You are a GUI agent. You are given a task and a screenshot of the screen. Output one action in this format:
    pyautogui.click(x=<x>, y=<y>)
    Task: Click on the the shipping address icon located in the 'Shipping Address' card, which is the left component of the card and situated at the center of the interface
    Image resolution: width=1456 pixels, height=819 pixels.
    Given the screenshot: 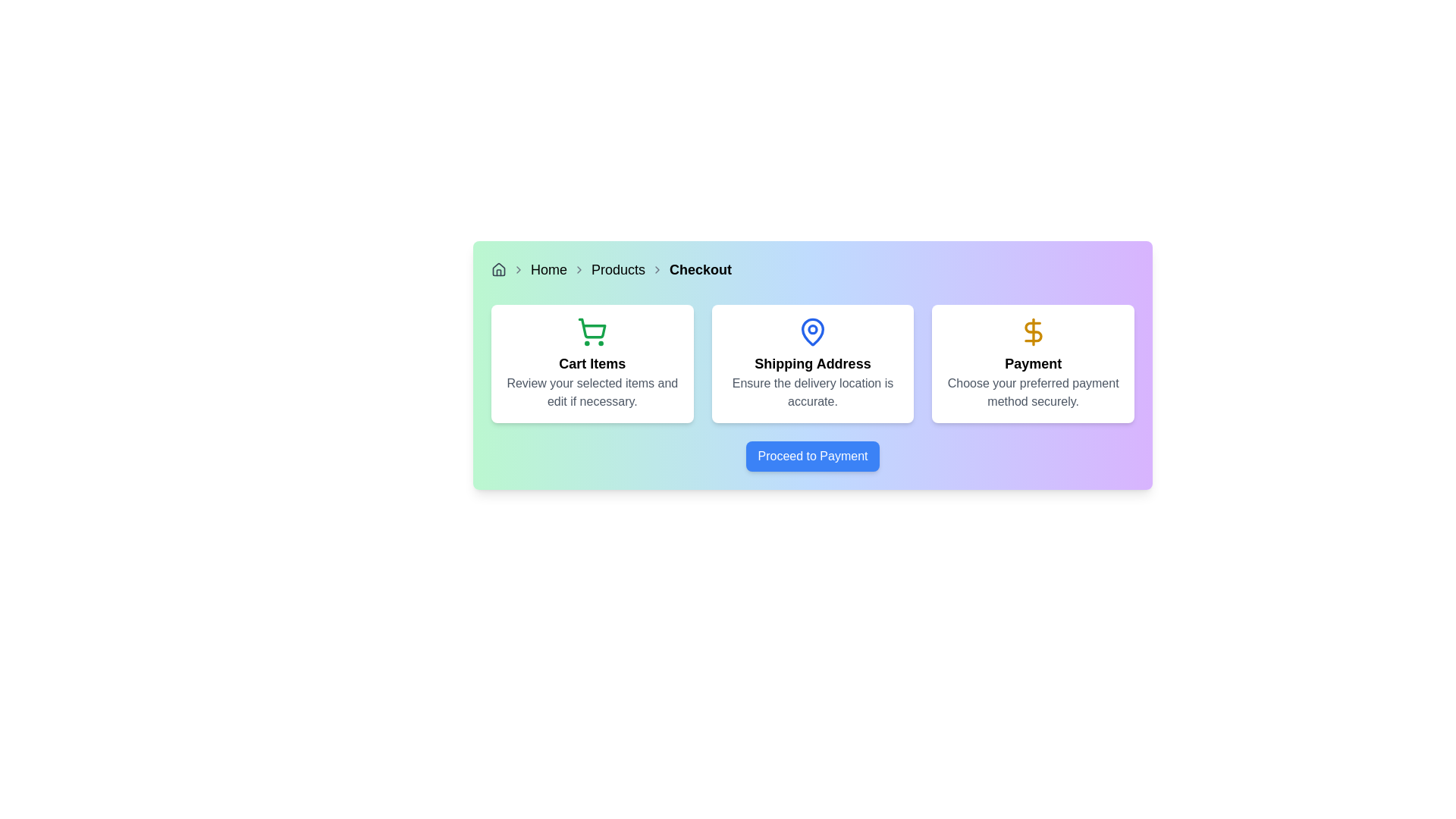 What is the action you would take?
    pyautogui.click(x=811, y=331)
    